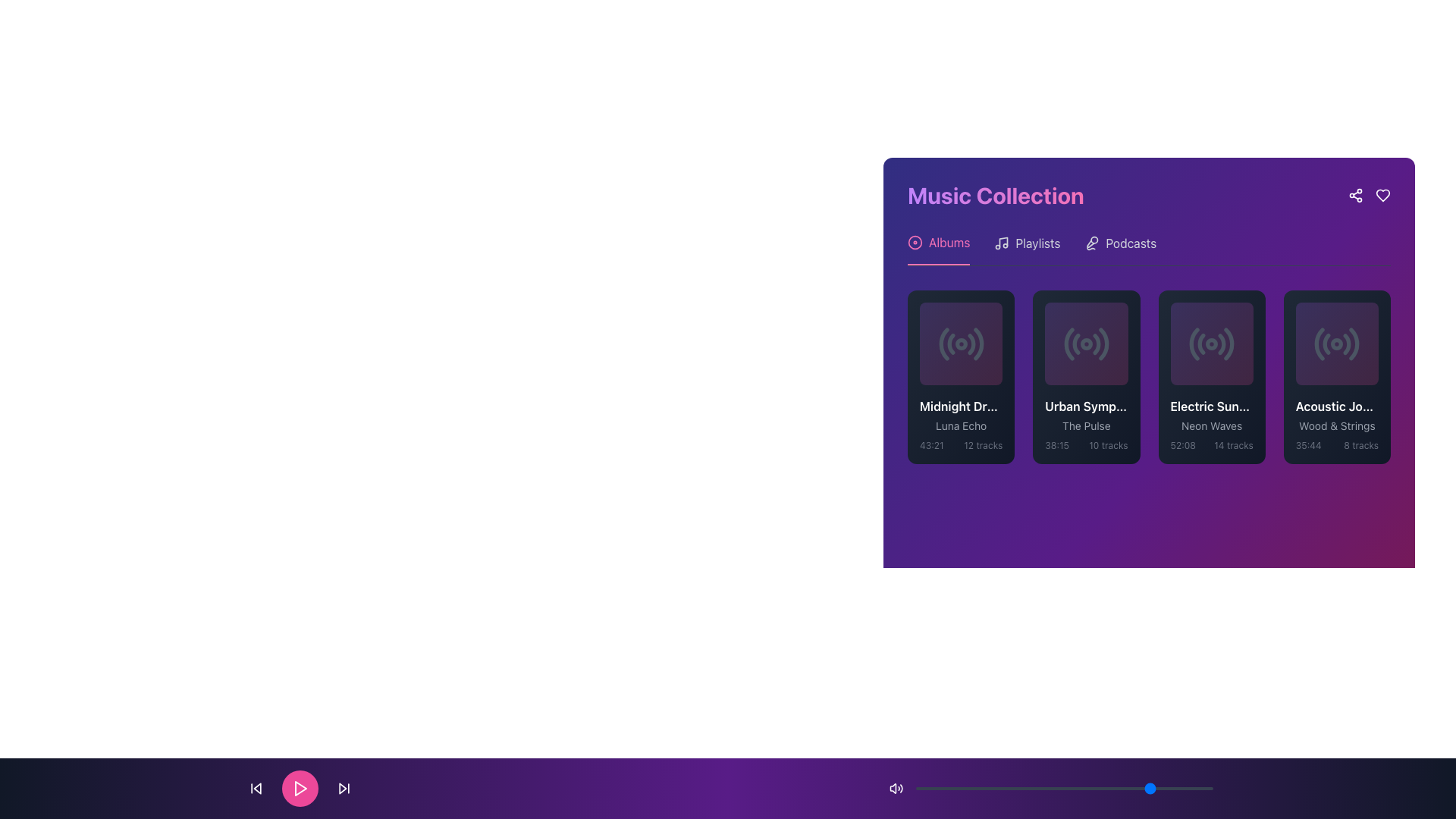  Describe the element at coordinates (1211, 344) in the screenshot. I see `the 'Electric Sunset' thumbnail with a gradient background and radio waves icon` at that location.